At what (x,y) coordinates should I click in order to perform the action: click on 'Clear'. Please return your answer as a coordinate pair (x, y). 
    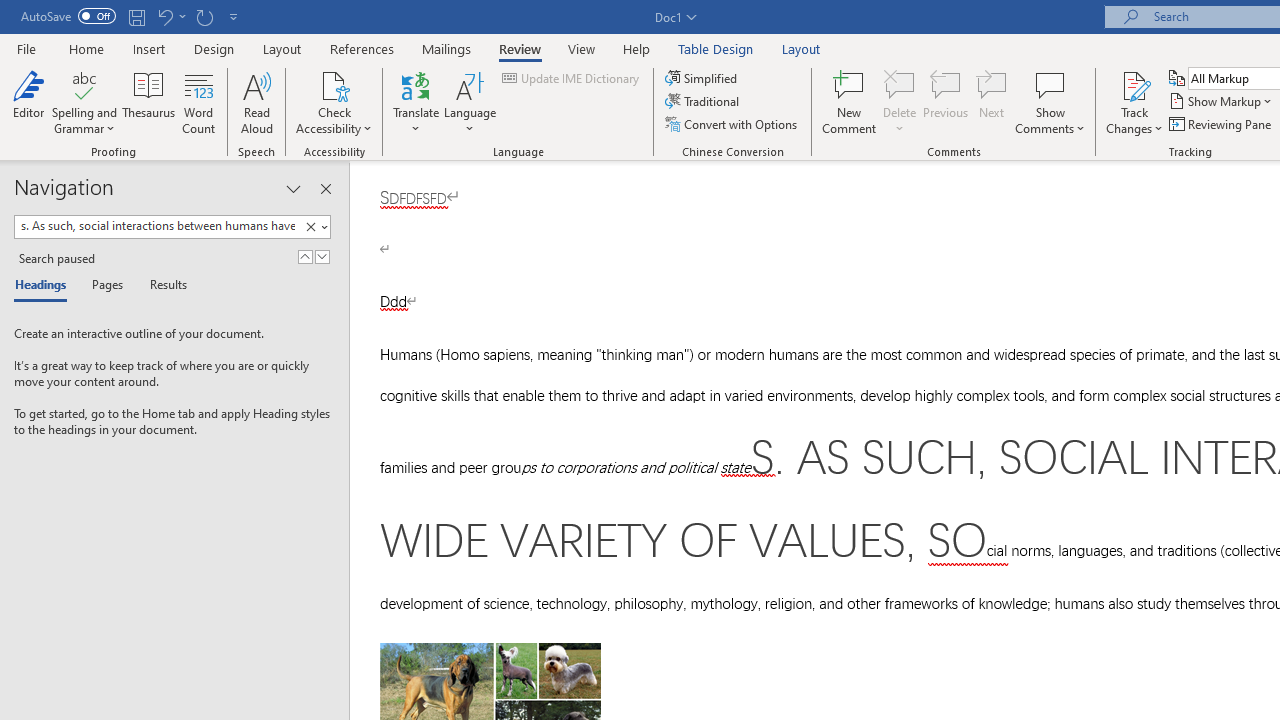
    Looking at the image, I should click on (310, 226).